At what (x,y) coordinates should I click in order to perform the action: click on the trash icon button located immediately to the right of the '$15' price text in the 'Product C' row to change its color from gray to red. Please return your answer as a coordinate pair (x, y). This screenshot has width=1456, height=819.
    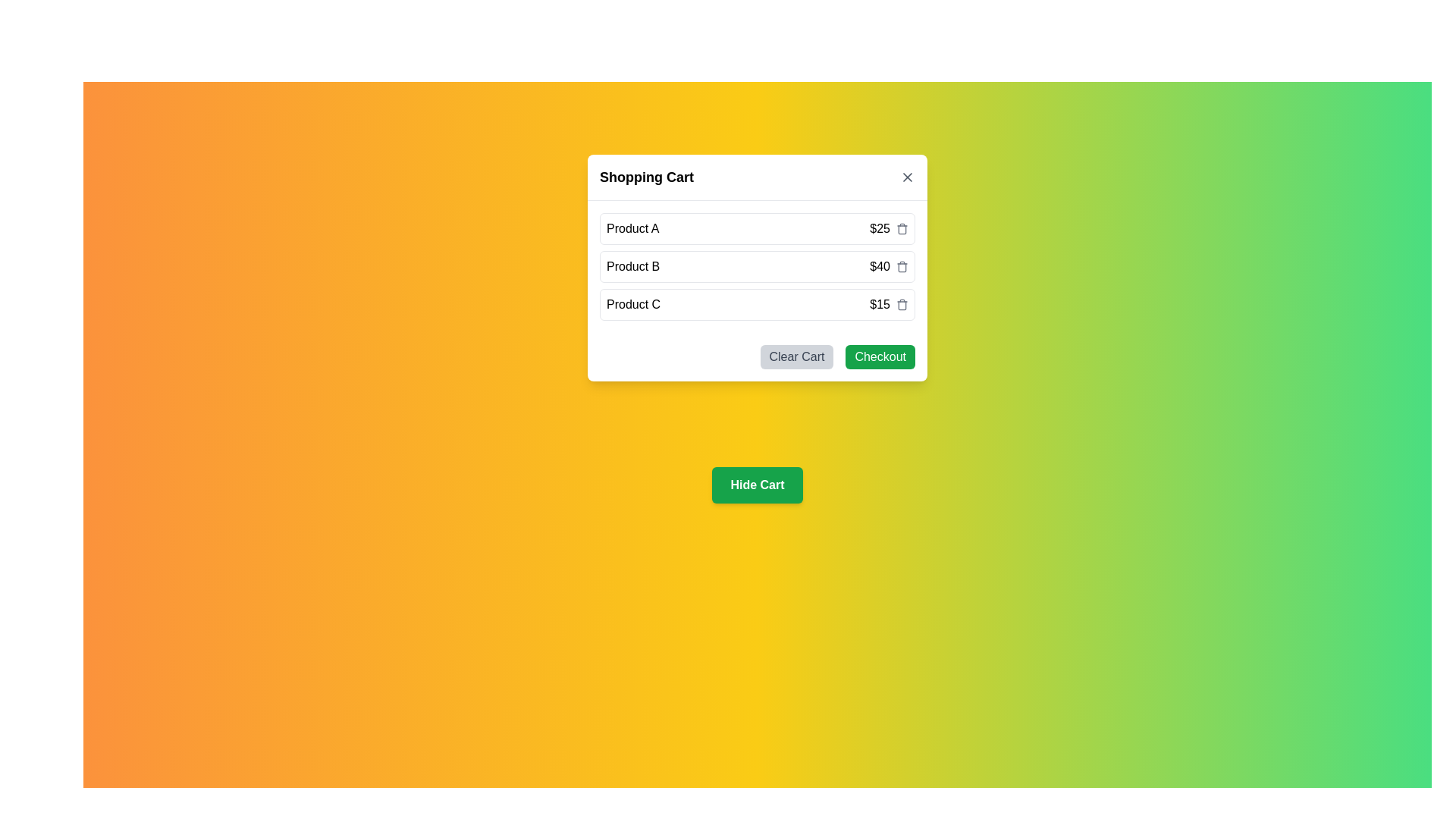
    Looking at the image, I should click on (902, 304).